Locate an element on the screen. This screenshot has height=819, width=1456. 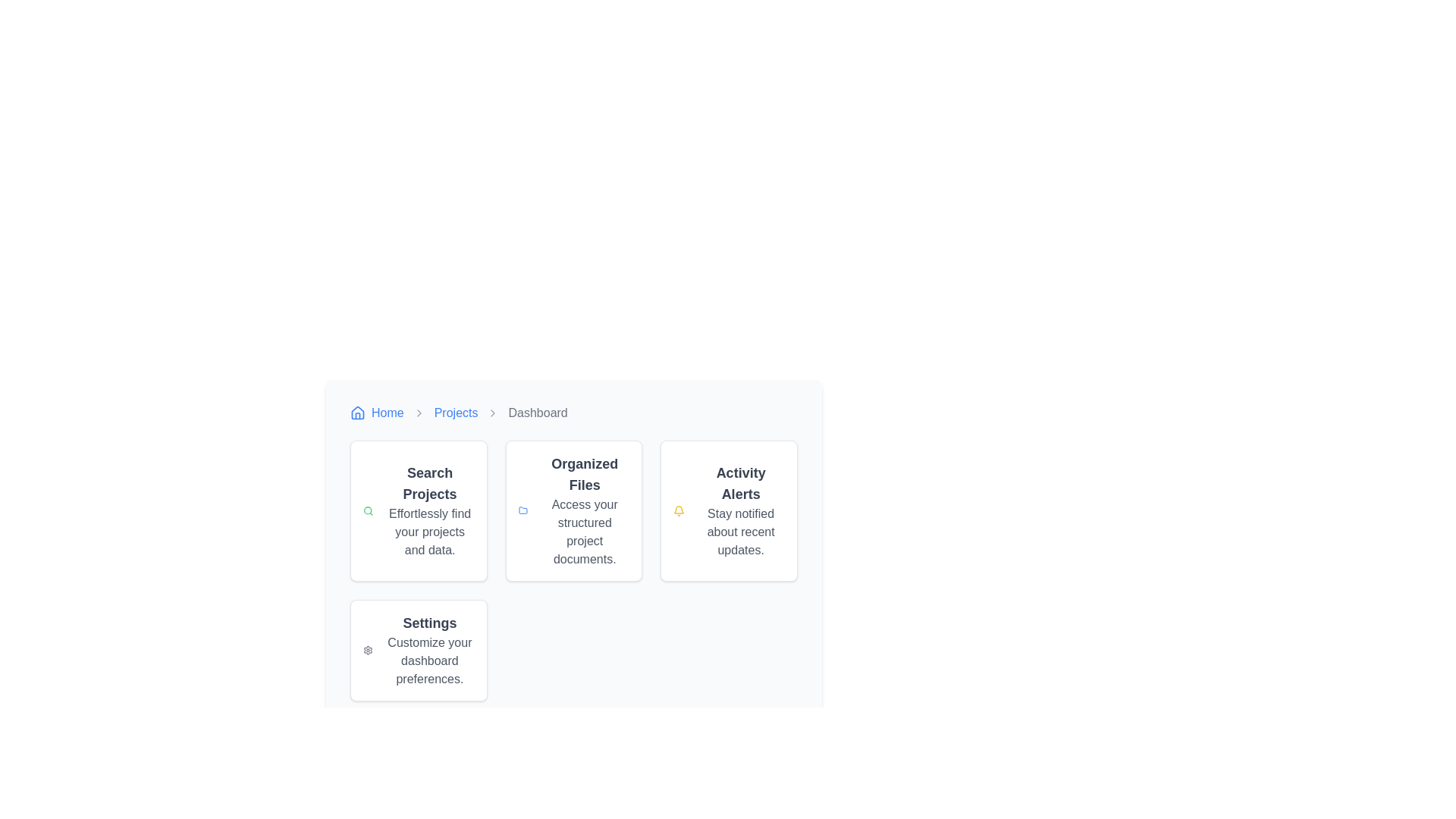
Descriptor text located in the lower row of the grid layout, positioned in the leftmost cell, under the 'Search Projects' card is located at coordinates (428, 649).